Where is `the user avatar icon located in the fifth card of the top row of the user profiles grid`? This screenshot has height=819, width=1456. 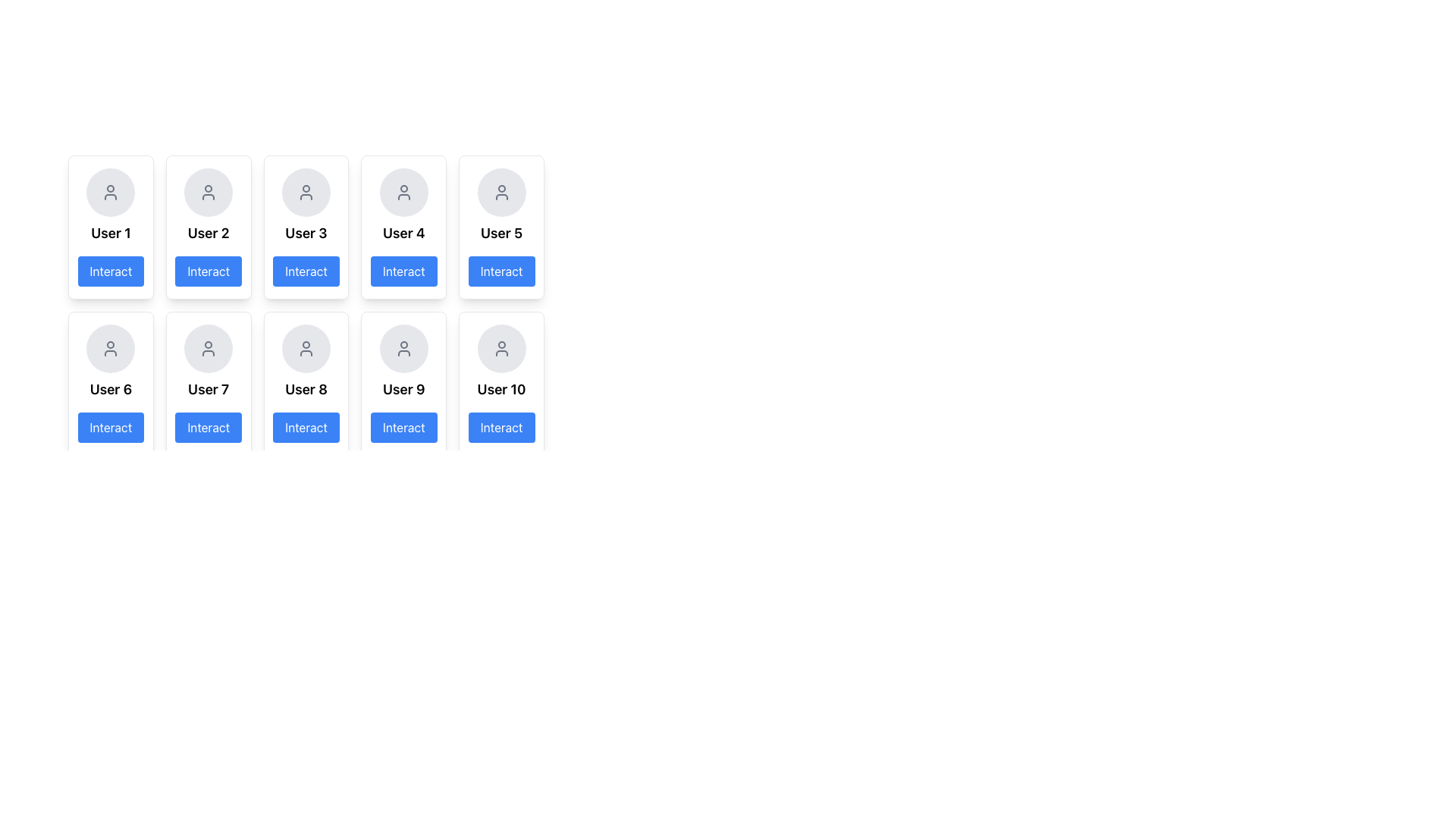
the user avatar icon located in the fifth card of the top row of the user profiles grid is located at coordinates (501, 192).